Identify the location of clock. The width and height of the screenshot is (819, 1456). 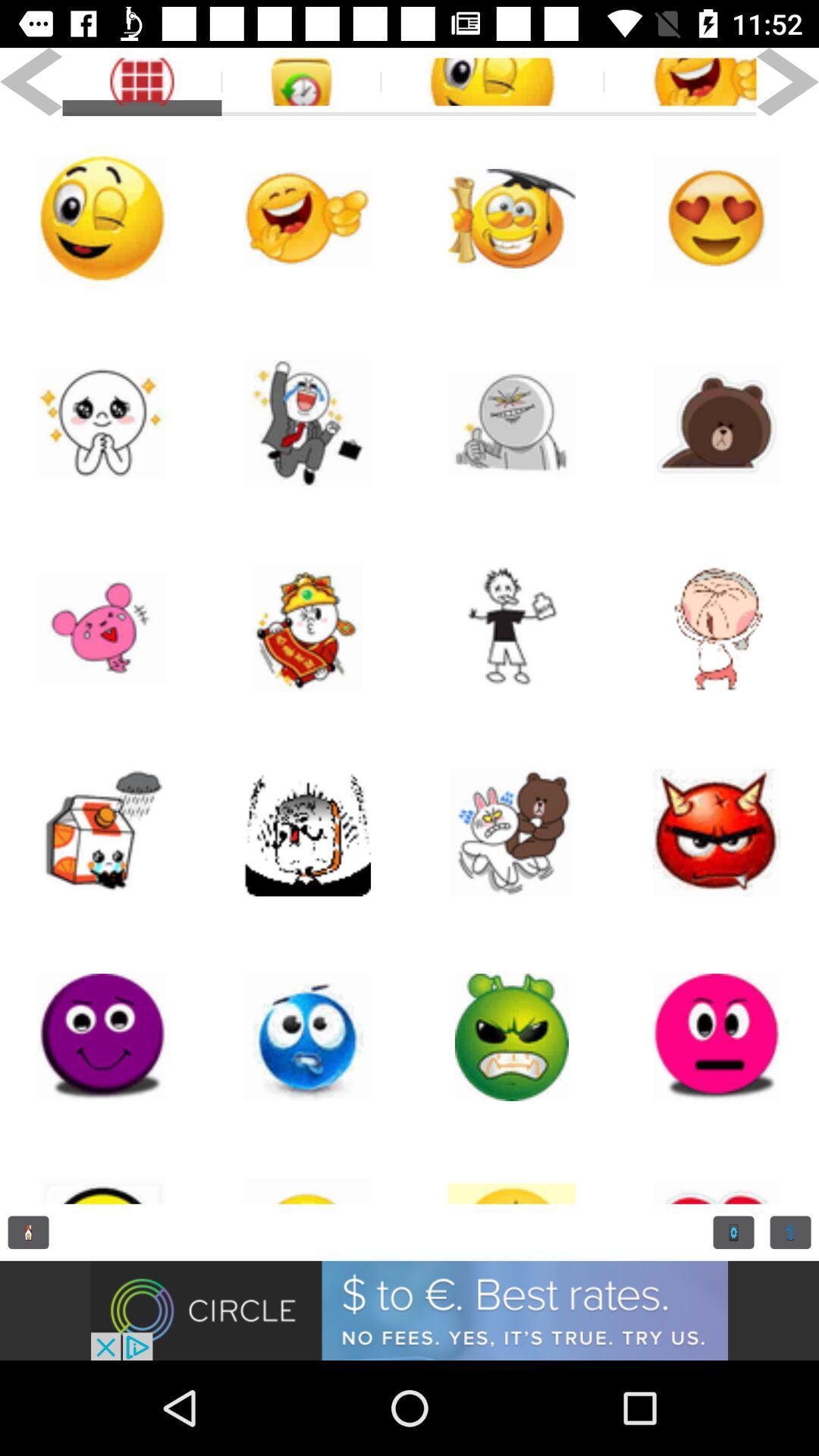
(28, 1232).